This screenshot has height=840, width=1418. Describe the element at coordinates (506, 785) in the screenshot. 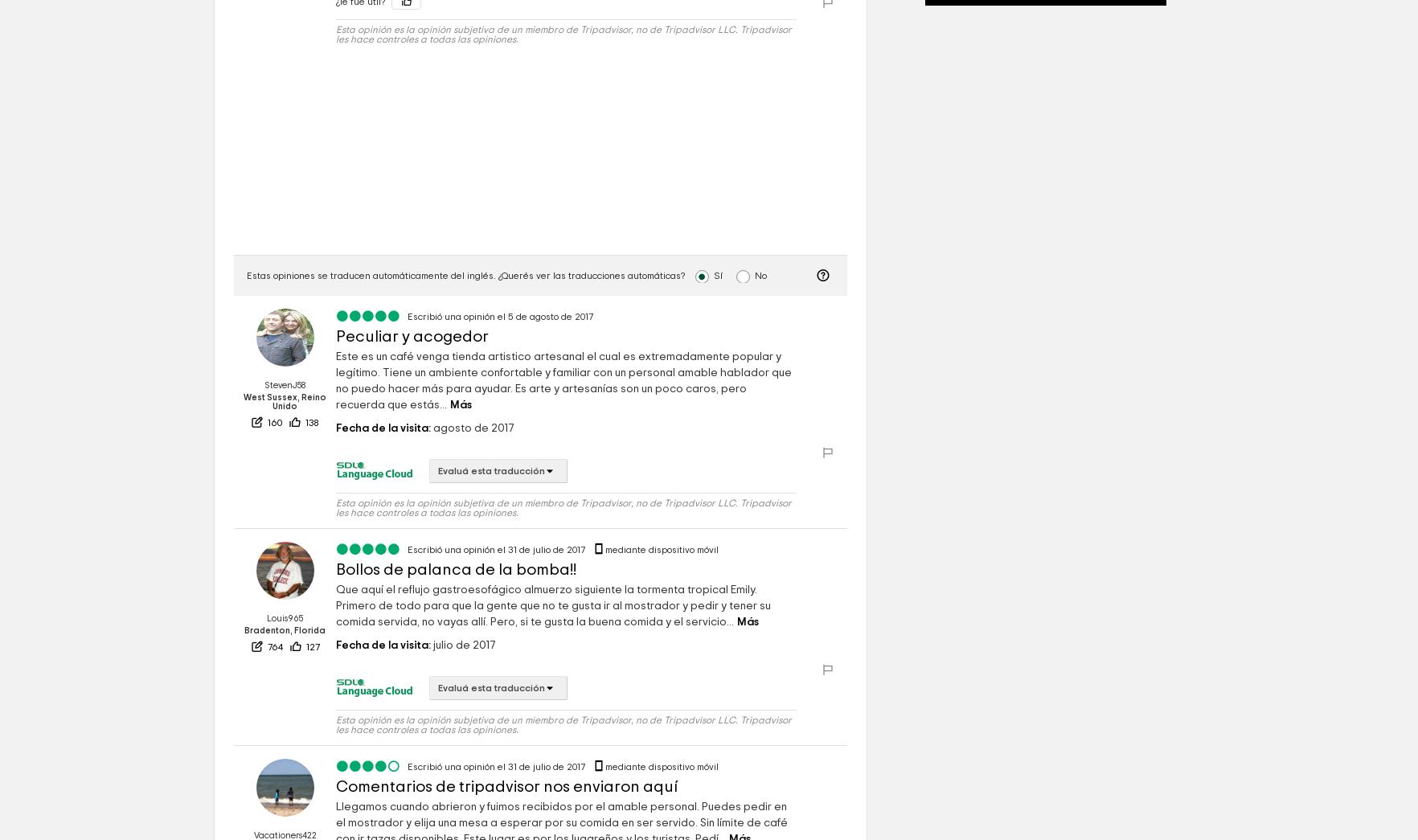

I see `'Comentarios de tripadvisor nos enviaron aquí'` at that location.